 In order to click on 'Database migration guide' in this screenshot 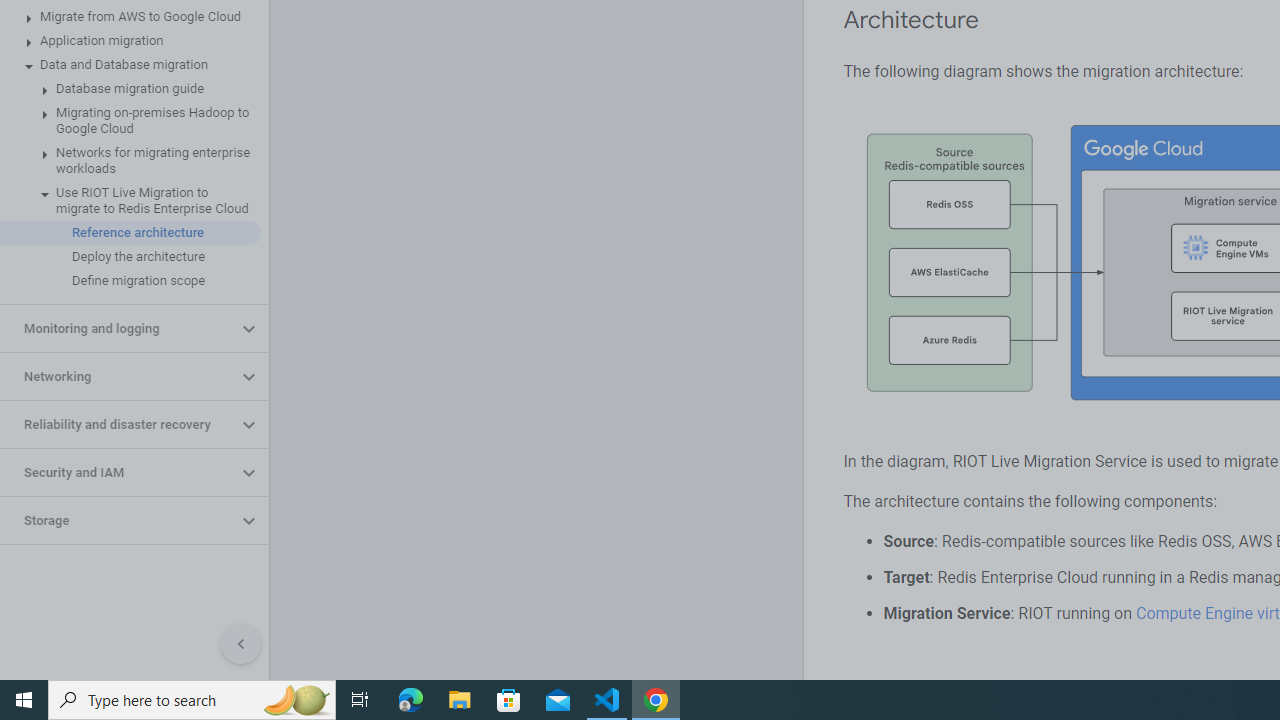, I will do `click(129, 87)`.